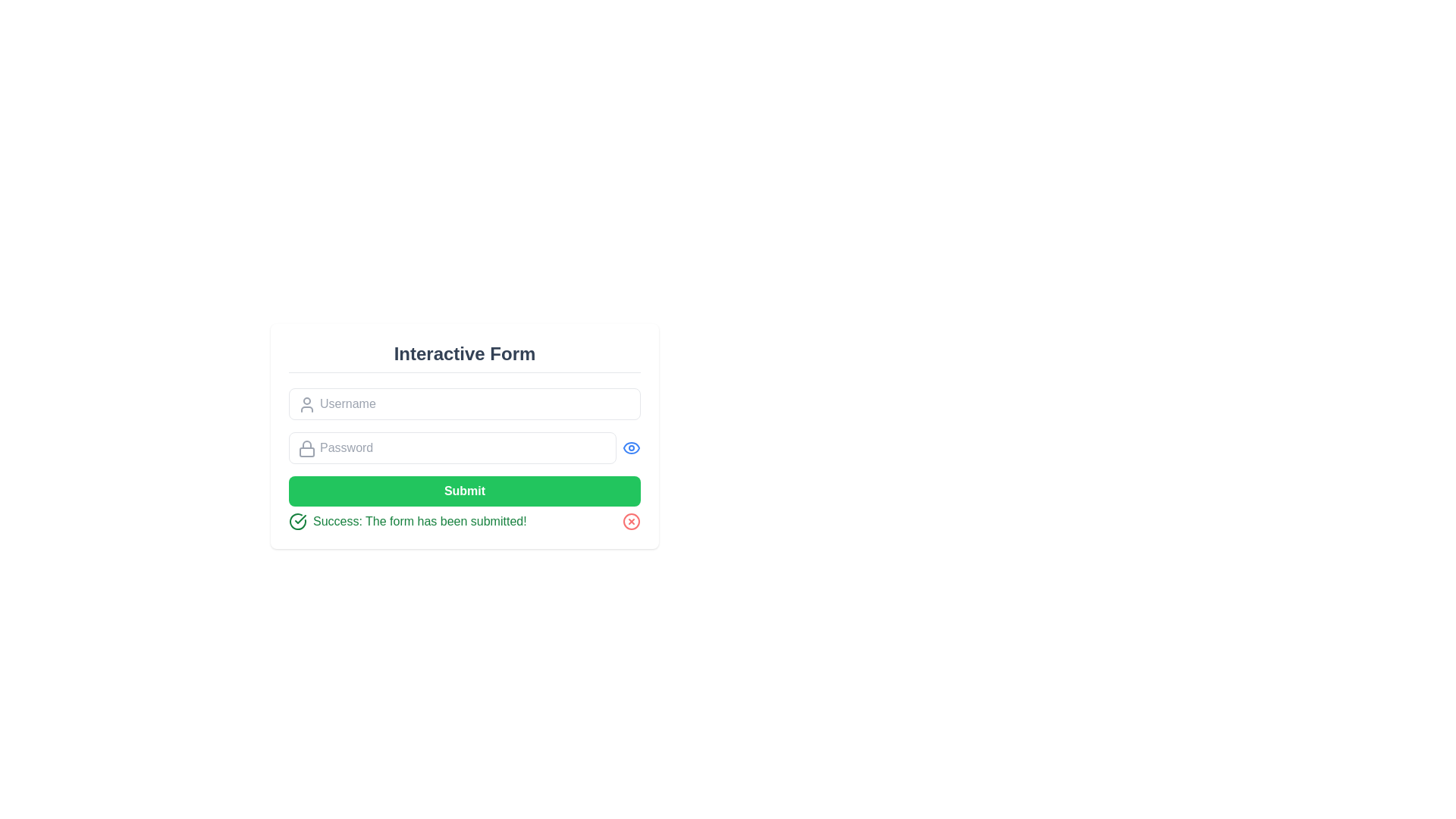 The height and width of the screenshot is (819, 1456). Describe the element at coordinates (464, 357) in the screenshot. I see `the 'Interactive Form' header, which is displayed in bold, large font and centered above the form fields` at that location.